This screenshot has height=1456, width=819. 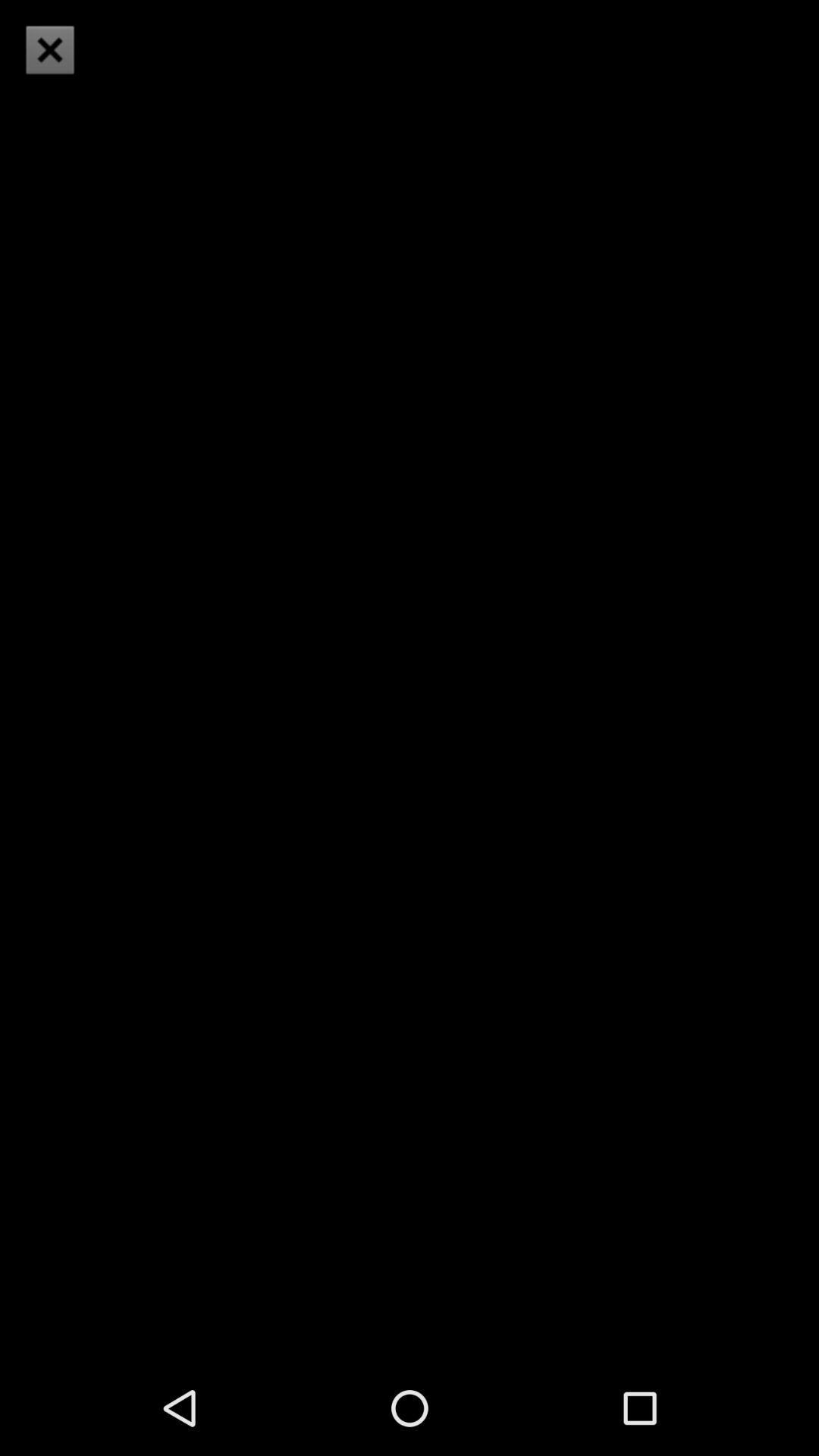 What do you see at coordinates (409, 679) in the screenshot?
I see `the item at the center` at bounding box center [409, 679].